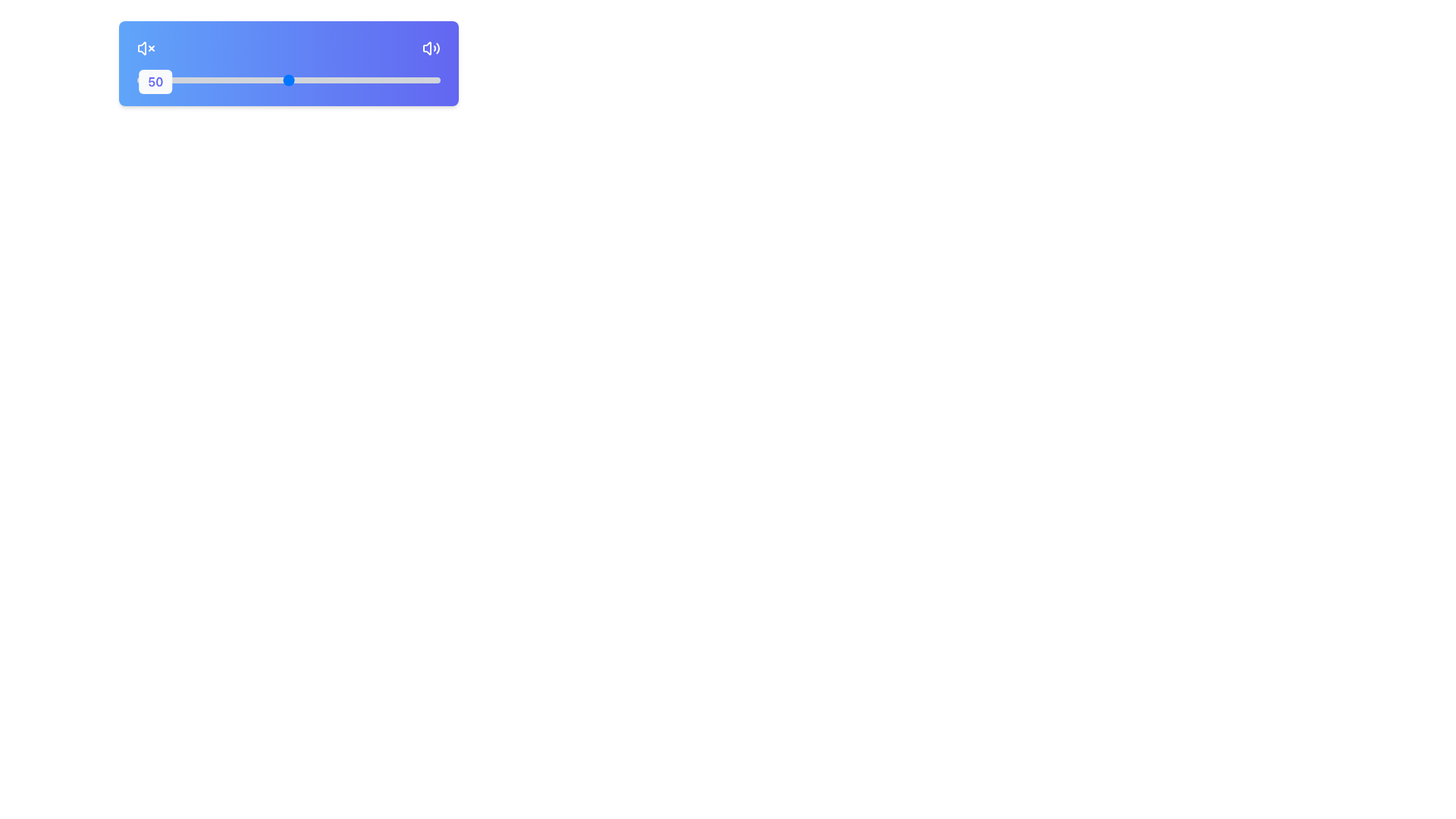 The width and height of the screenshot is (1456, 819). Describe the element at coordinates (437, 48) in the screenshot. I see `the outermost sound wave of the volume icon, which is the third of three lines in the volume control interface, located near the right side of the interface` at that location.